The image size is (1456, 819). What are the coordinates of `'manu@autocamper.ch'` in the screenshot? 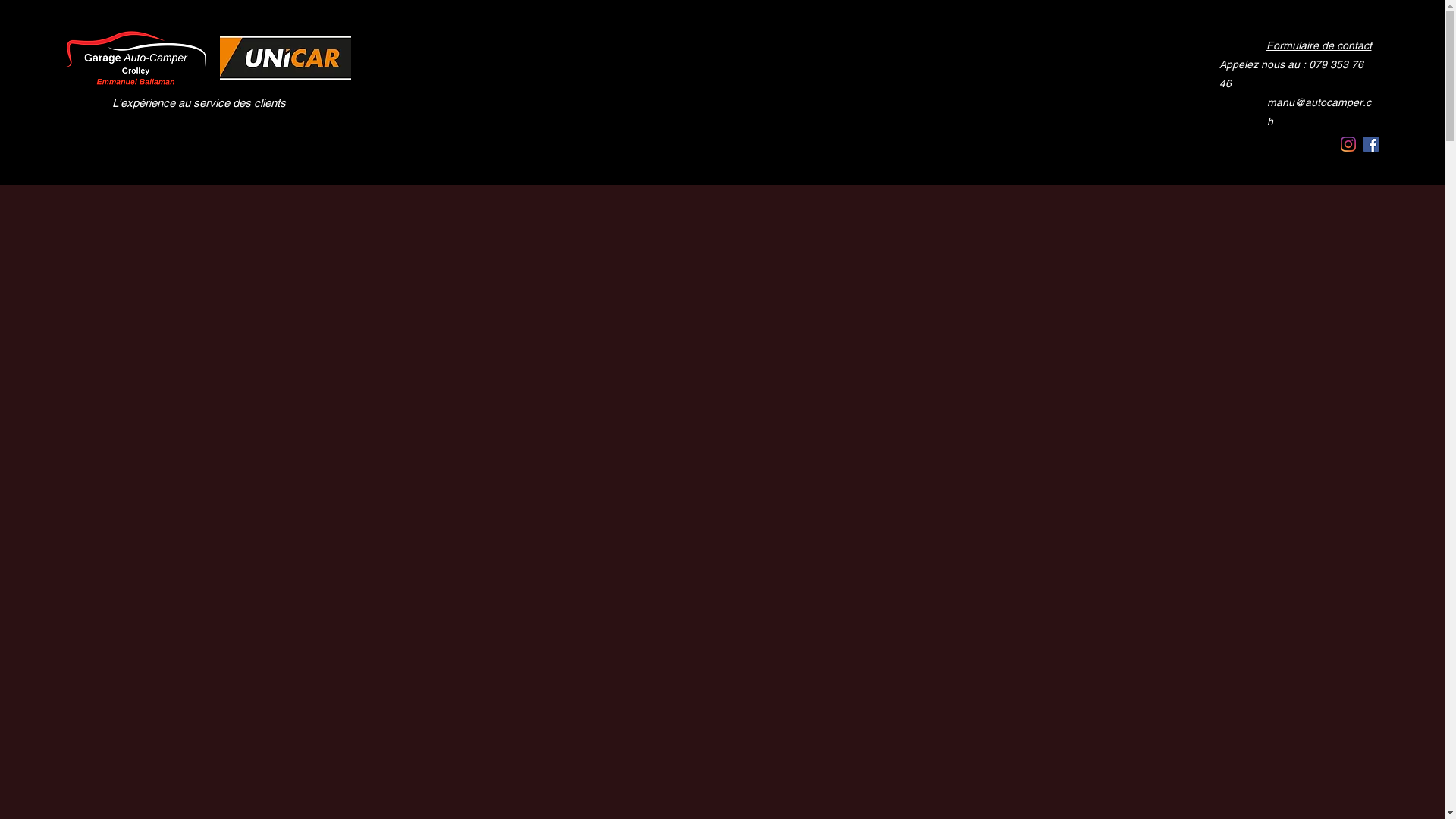 It's located at (1319, 83).